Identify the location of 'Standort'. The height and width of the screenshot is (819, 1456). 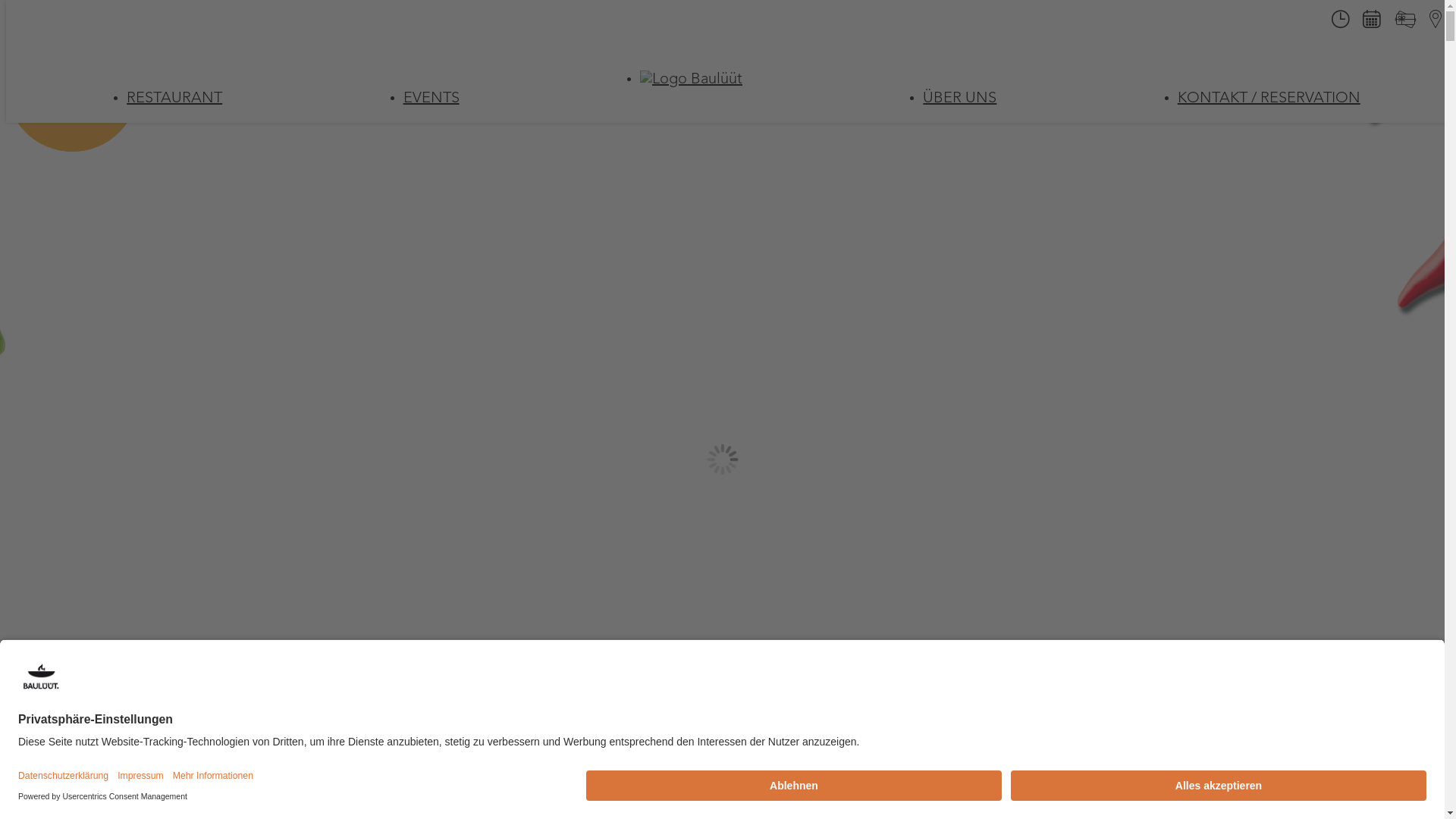
(1419, 23).